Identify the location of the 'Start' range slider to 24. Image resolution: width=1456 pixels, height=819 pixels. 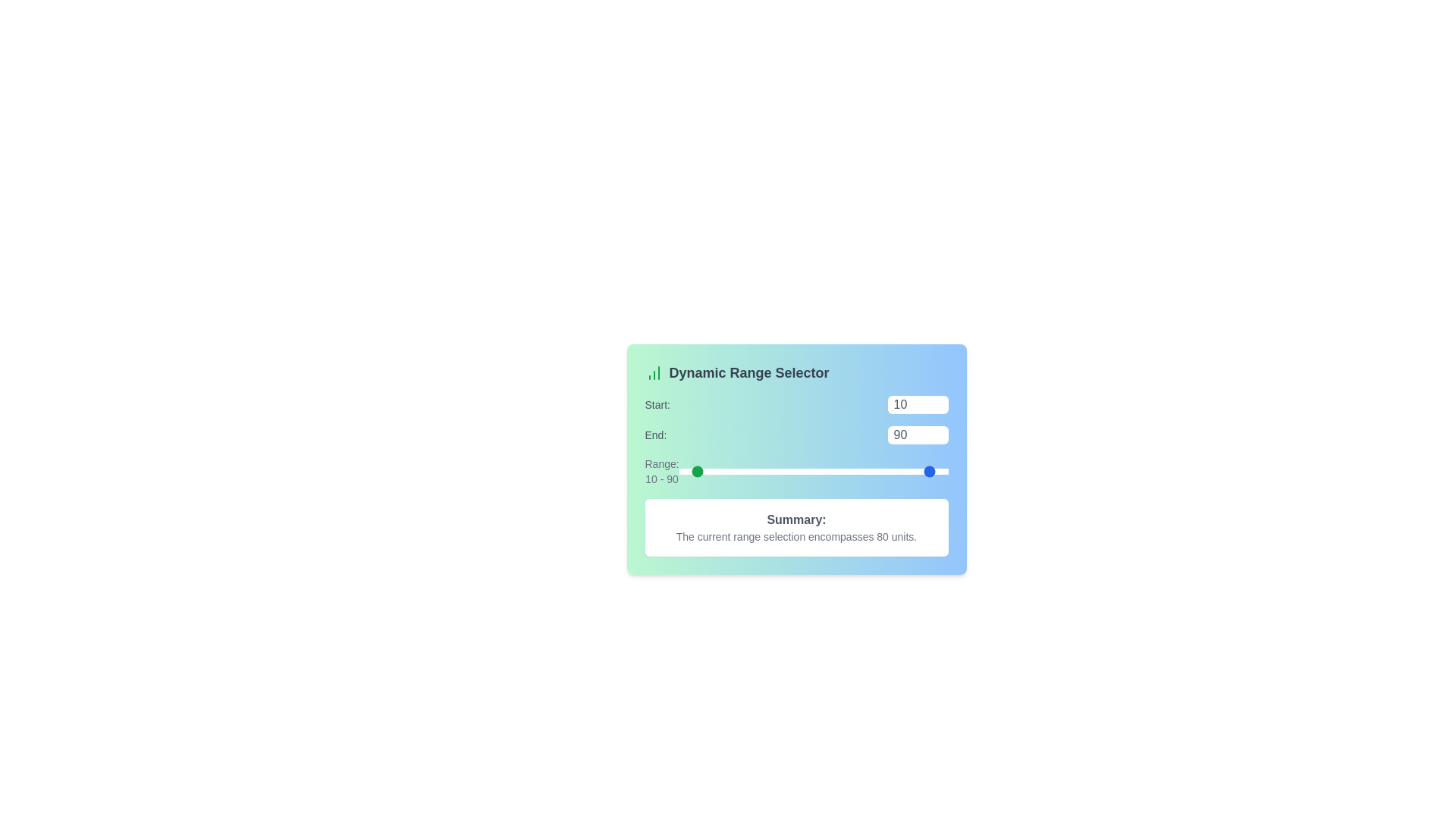
(711, 470).